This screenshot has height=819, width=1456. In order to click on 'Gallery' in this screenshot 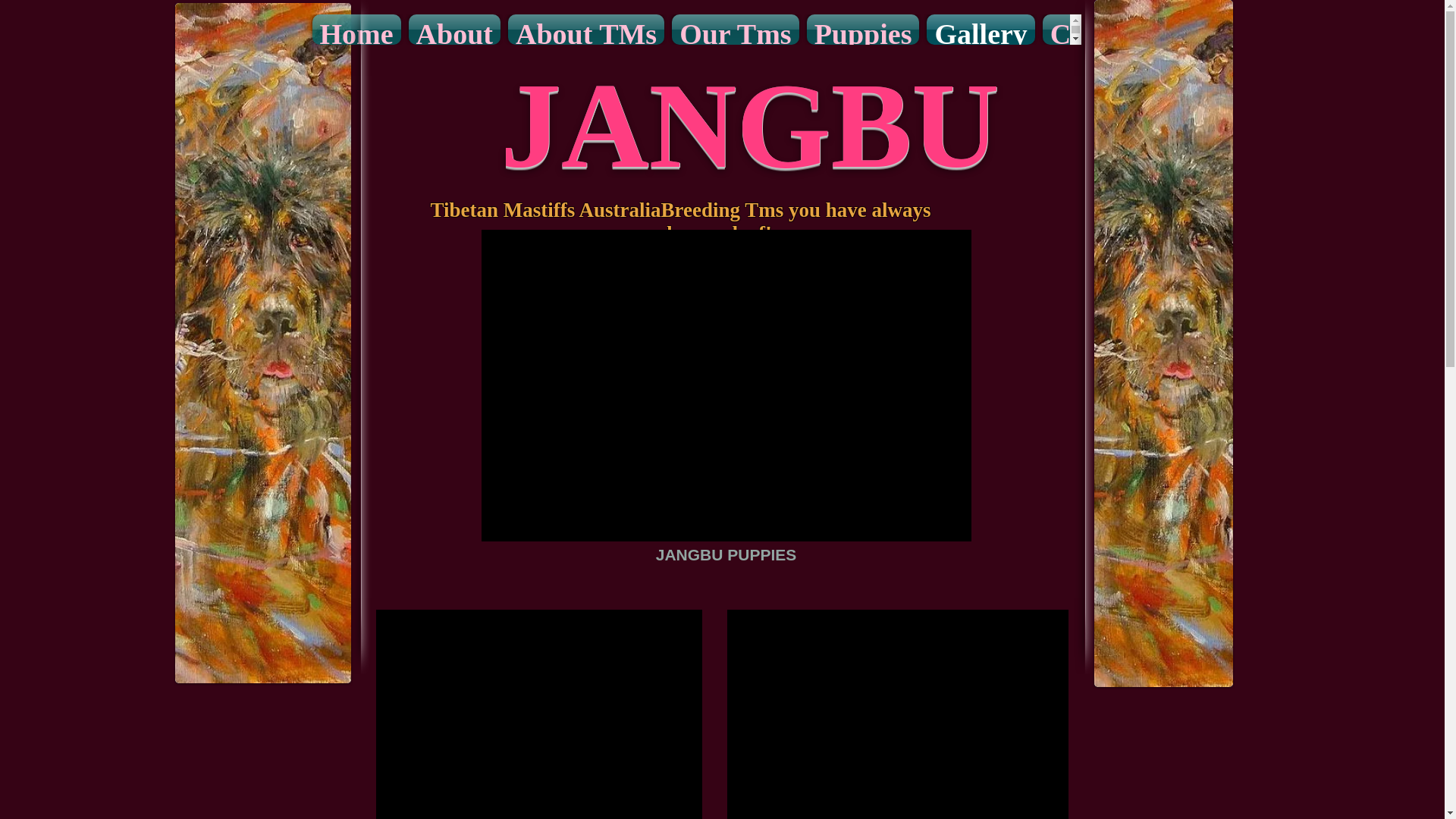, I will do `click(980, 29)`.